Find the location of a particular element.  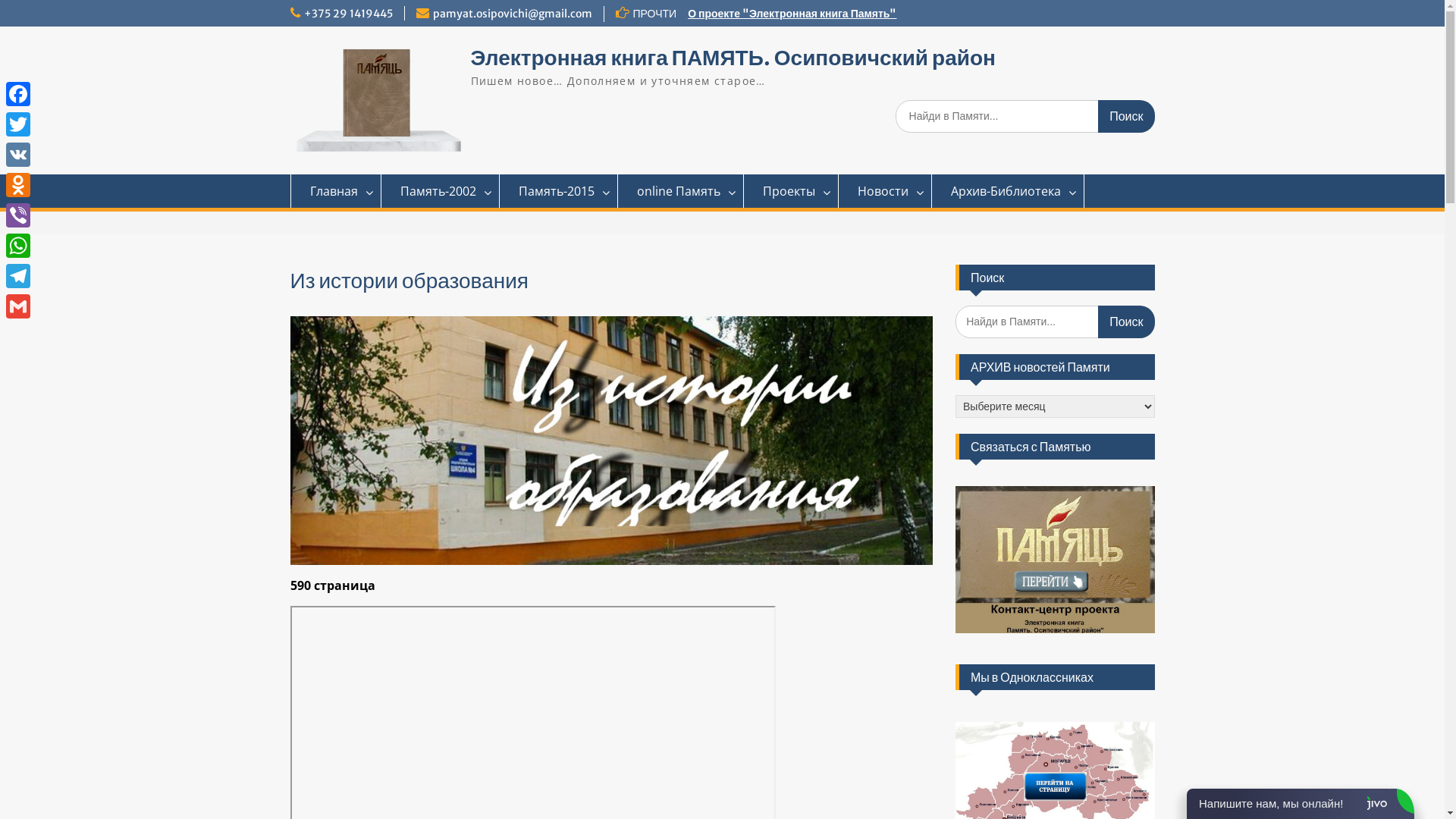

'Twitter' is located at coordinates (18, 124).